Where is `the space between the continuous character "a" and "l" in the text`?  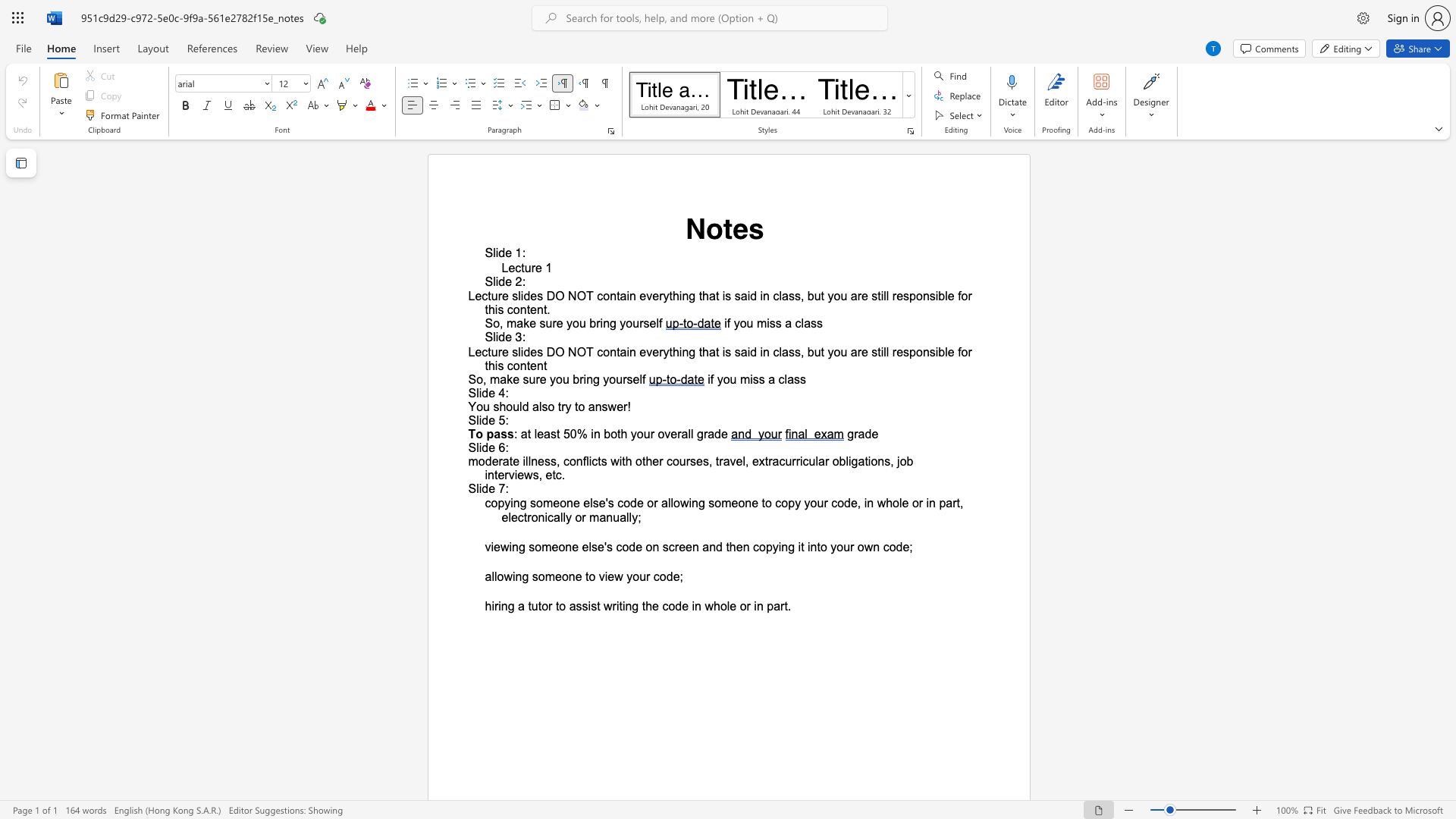 the space between the continuous character "a" and "l" in the text is located at coordinates (491, 576).